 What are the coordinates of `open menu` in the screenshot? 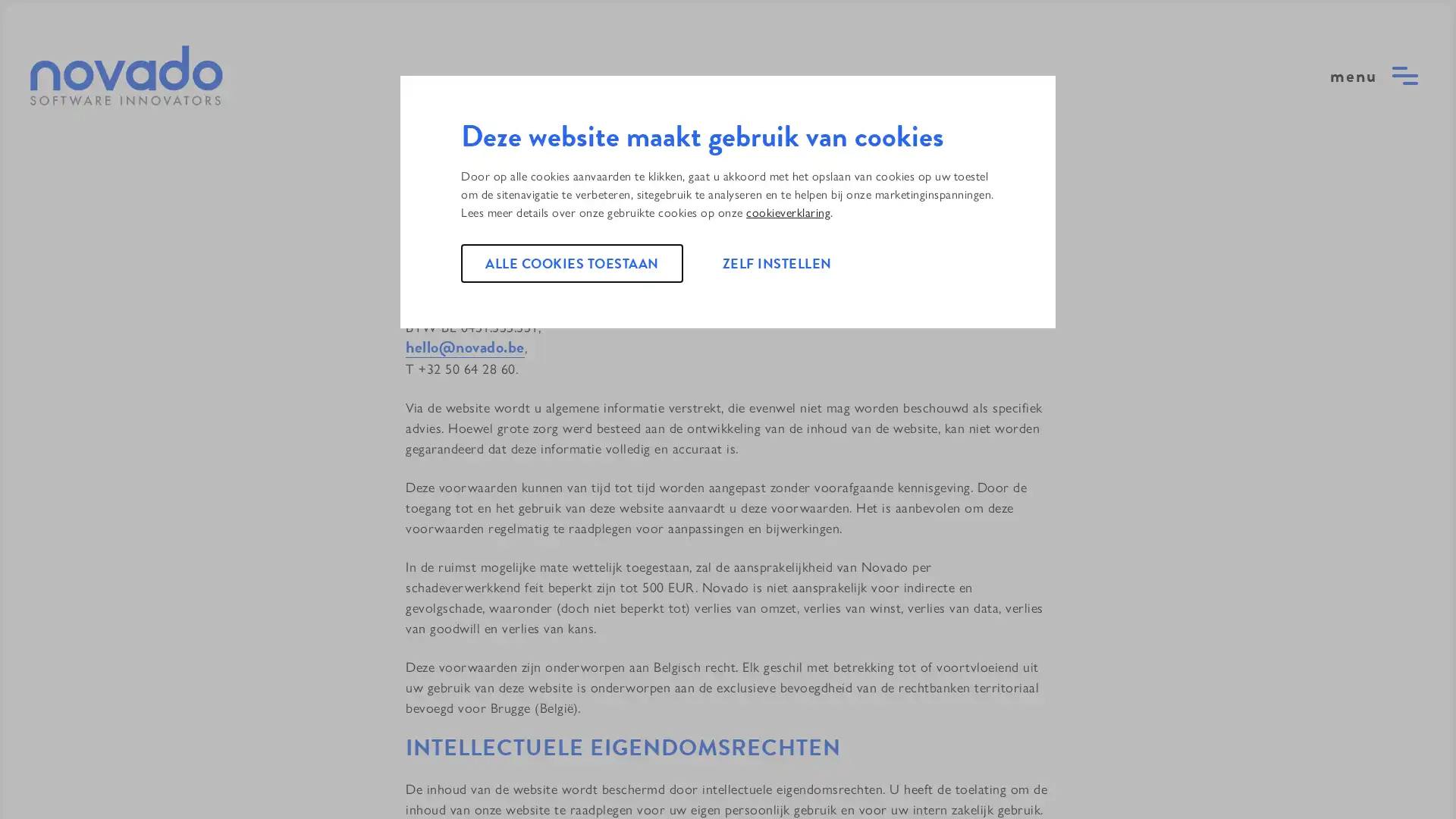 It's located at (1373, 76).